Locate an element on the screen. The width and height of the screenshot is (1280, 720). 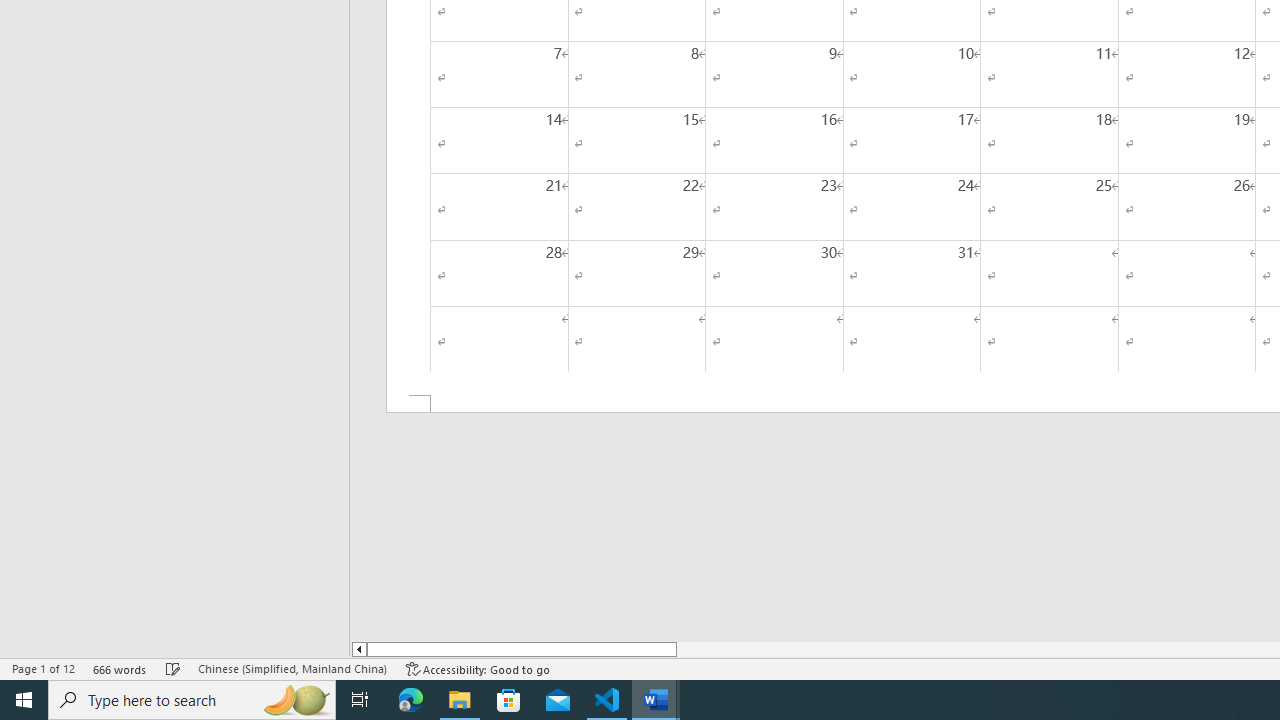
'Language Chinese (Simplified, Mainland China)' is located at coordinates (291, 669).